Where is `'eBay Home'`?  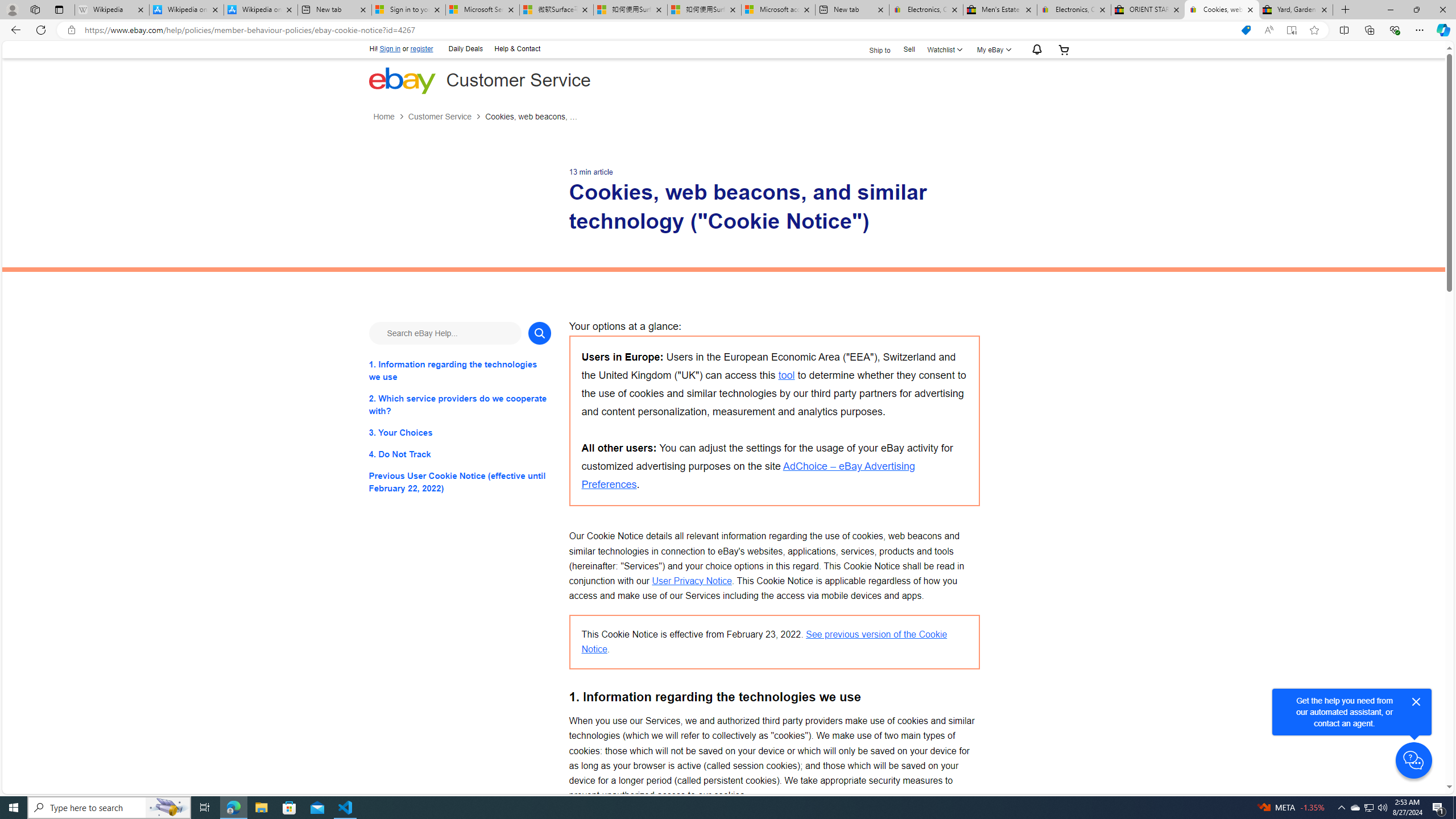
'eBay Home' is located at coordinates (401, 80).